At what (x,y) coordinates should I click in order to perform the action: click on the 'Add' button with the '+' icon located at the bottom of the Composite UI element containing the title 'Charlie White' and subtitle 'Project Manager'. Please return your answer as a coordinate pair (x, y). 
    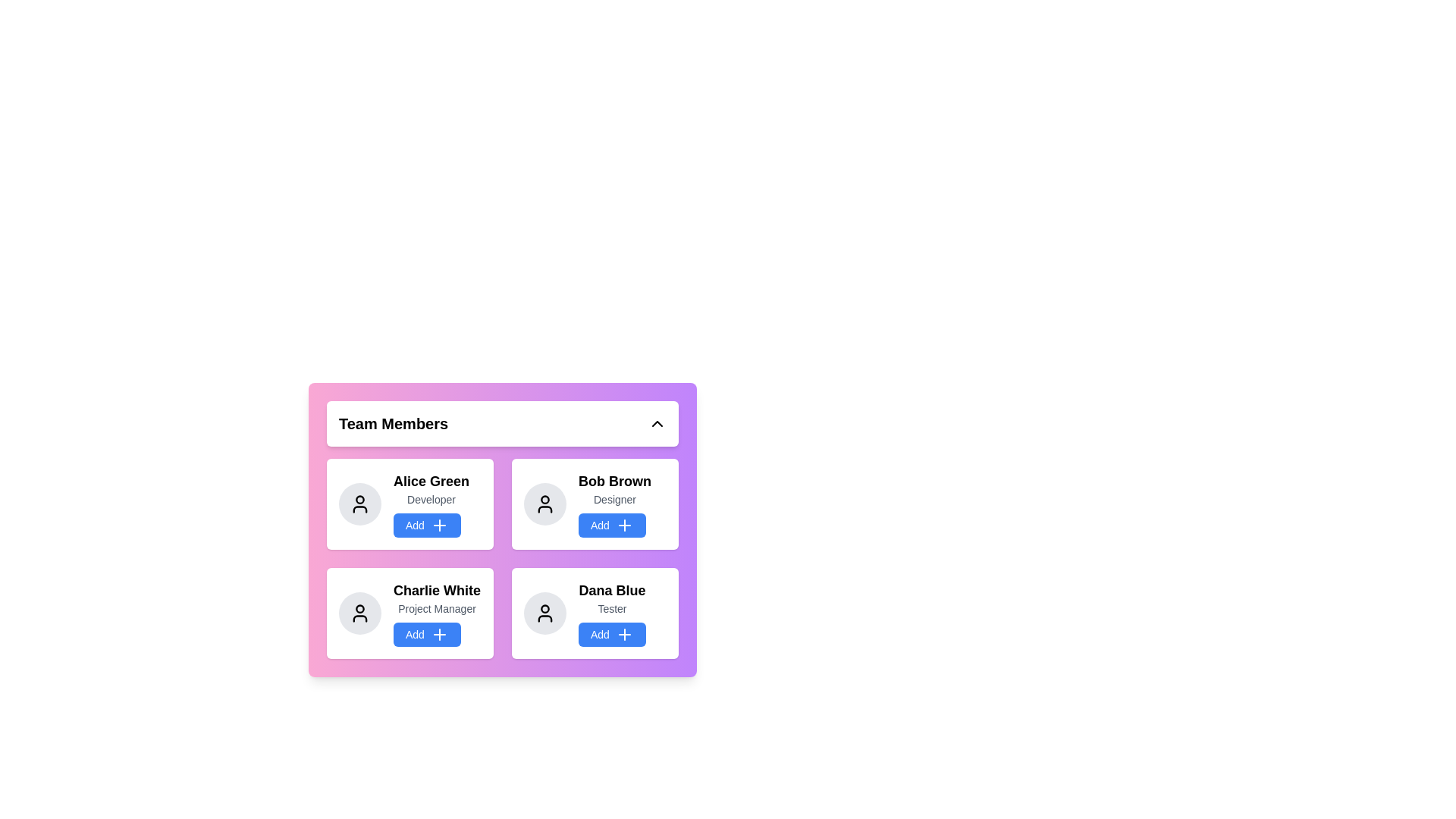
    Looking at the image, I should click on (436, 613).